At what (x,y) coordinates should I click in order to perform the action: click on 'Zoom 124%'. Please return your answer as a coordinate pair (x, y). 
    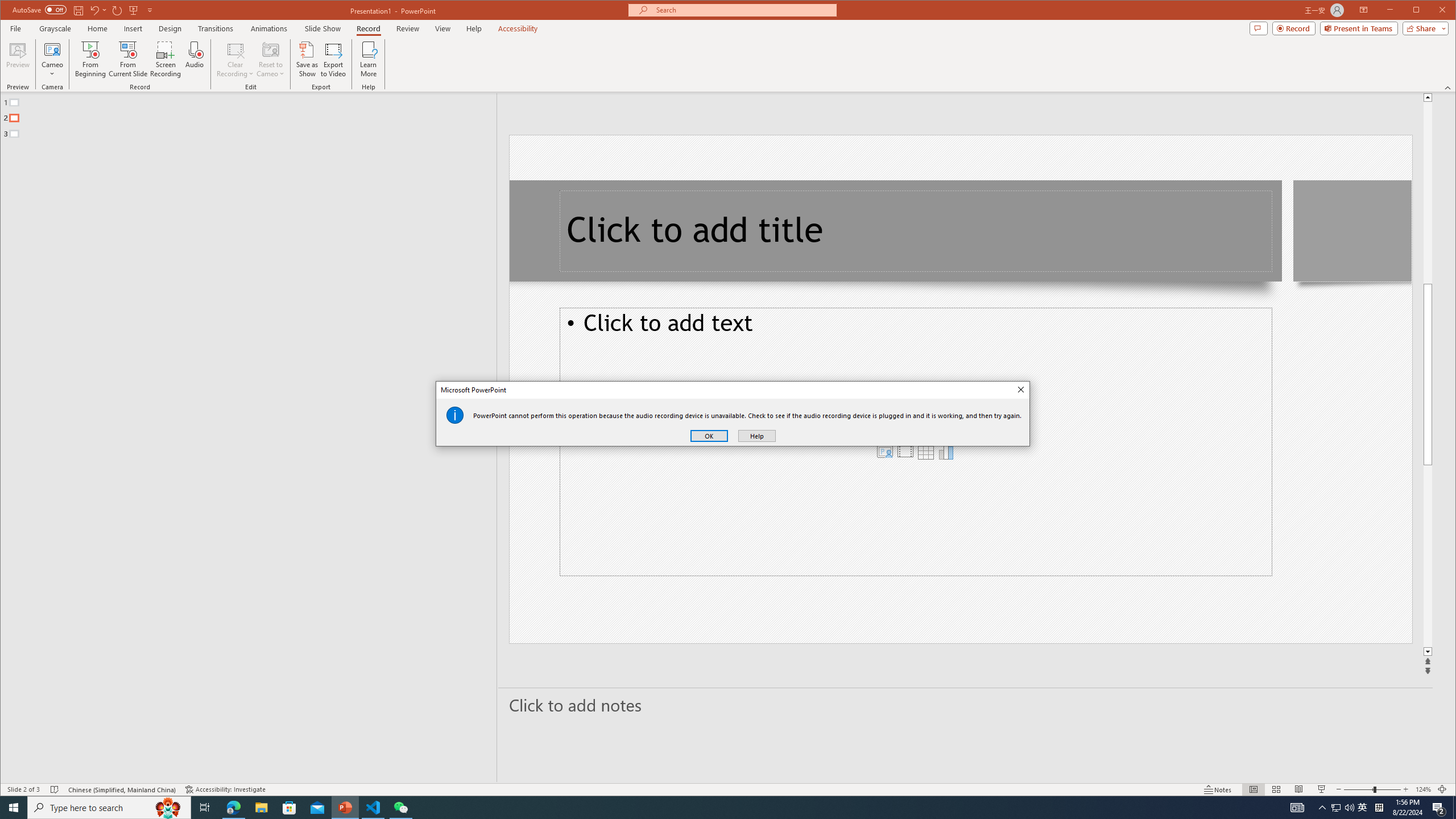
    Looking at the image, I should click on (1423, 789).